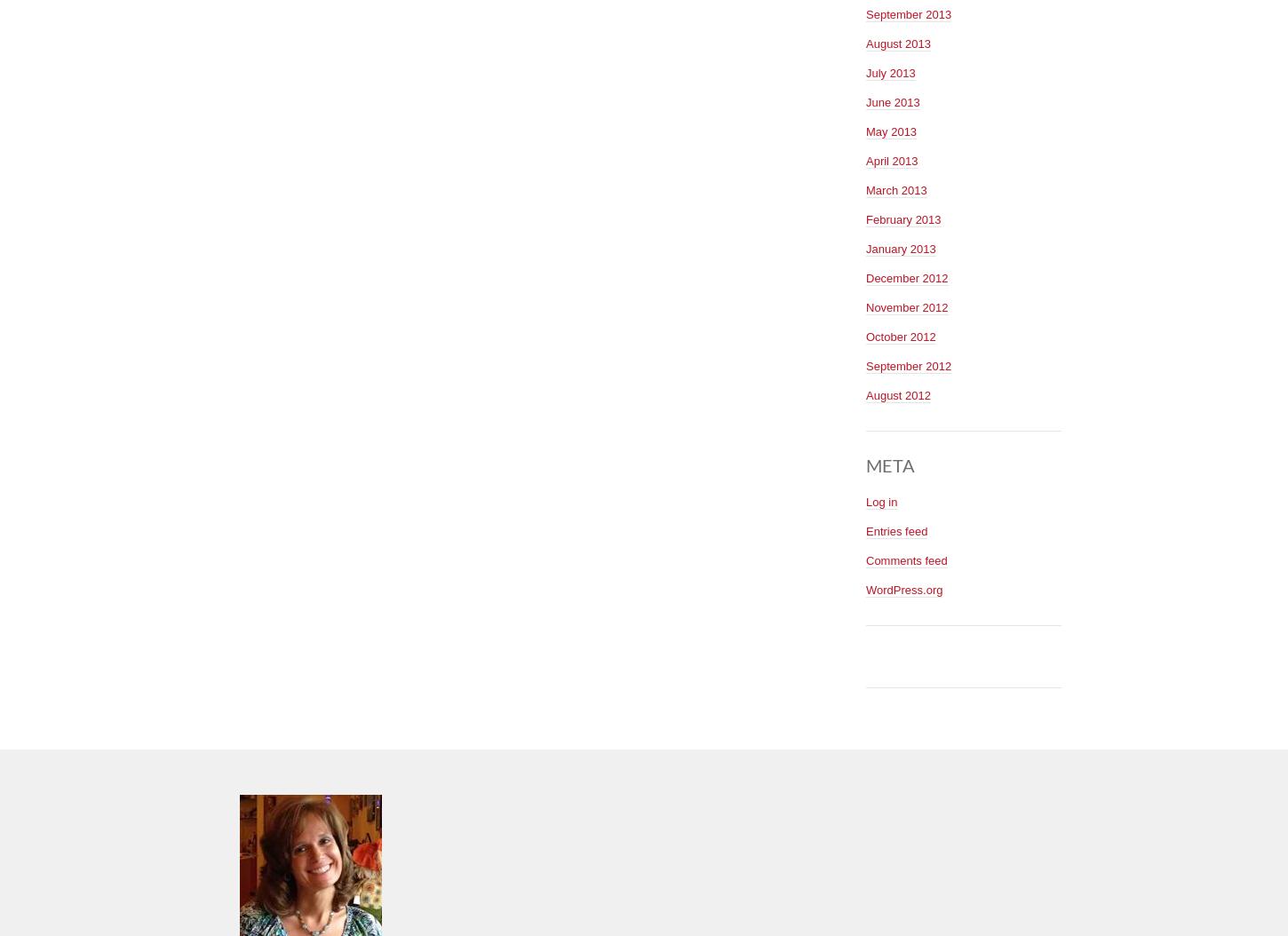 This screenshot has width=1288, height=936. Describe the element at coordinates (890, 71) in the screenshot. I see `'July 2013'` at that location.